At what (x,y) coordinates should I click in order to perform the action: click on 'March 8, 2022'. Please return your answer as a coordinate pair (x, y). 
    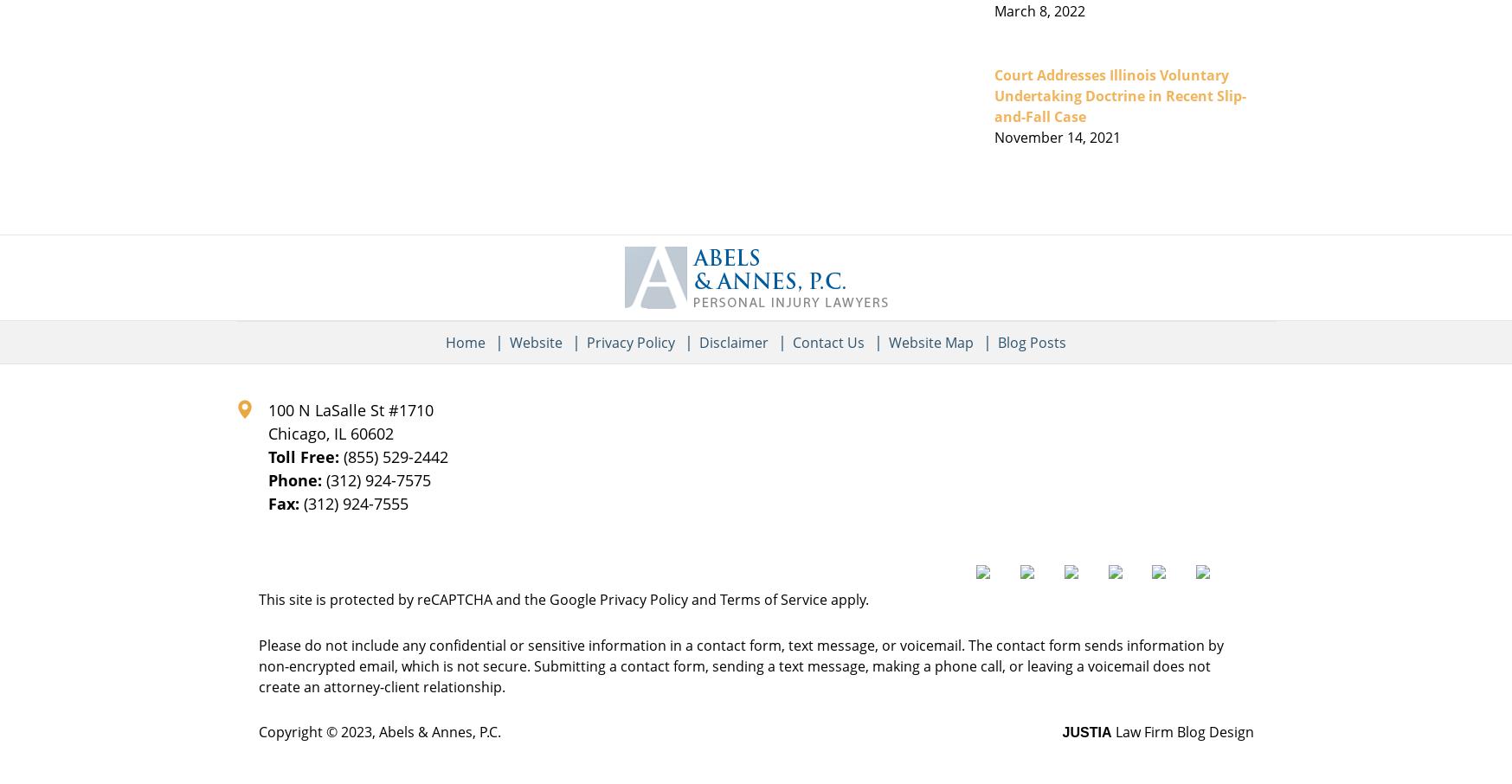
    Looking at the image, I should click on (1039, 9).